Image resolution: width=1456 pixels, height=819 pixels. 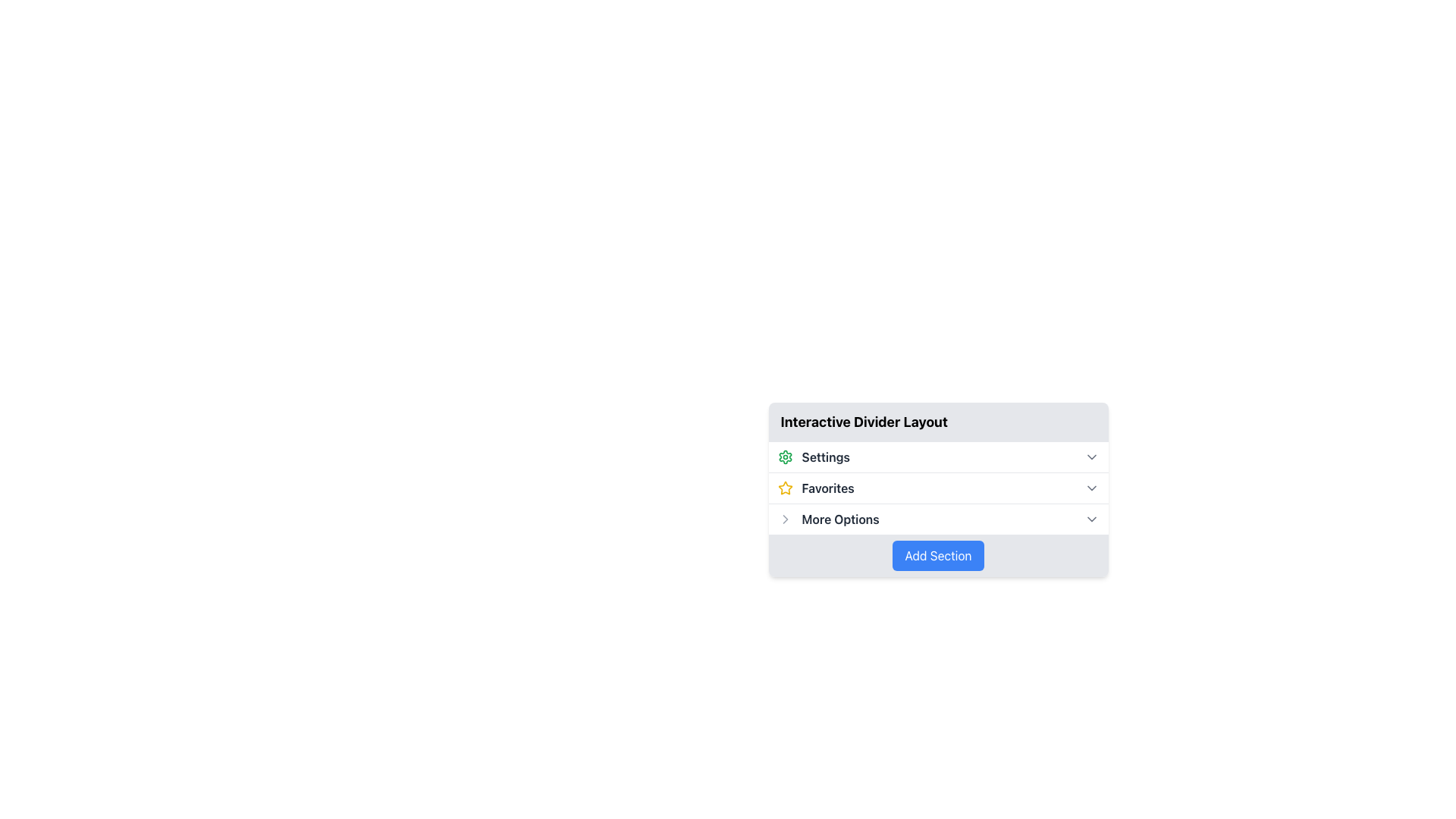 What do you see at coordinates (1090, 488) in the screenshot?
I see `the chevron-down icon located at the far right of the 'Favorites' section` at bounding box center [1090, 488].